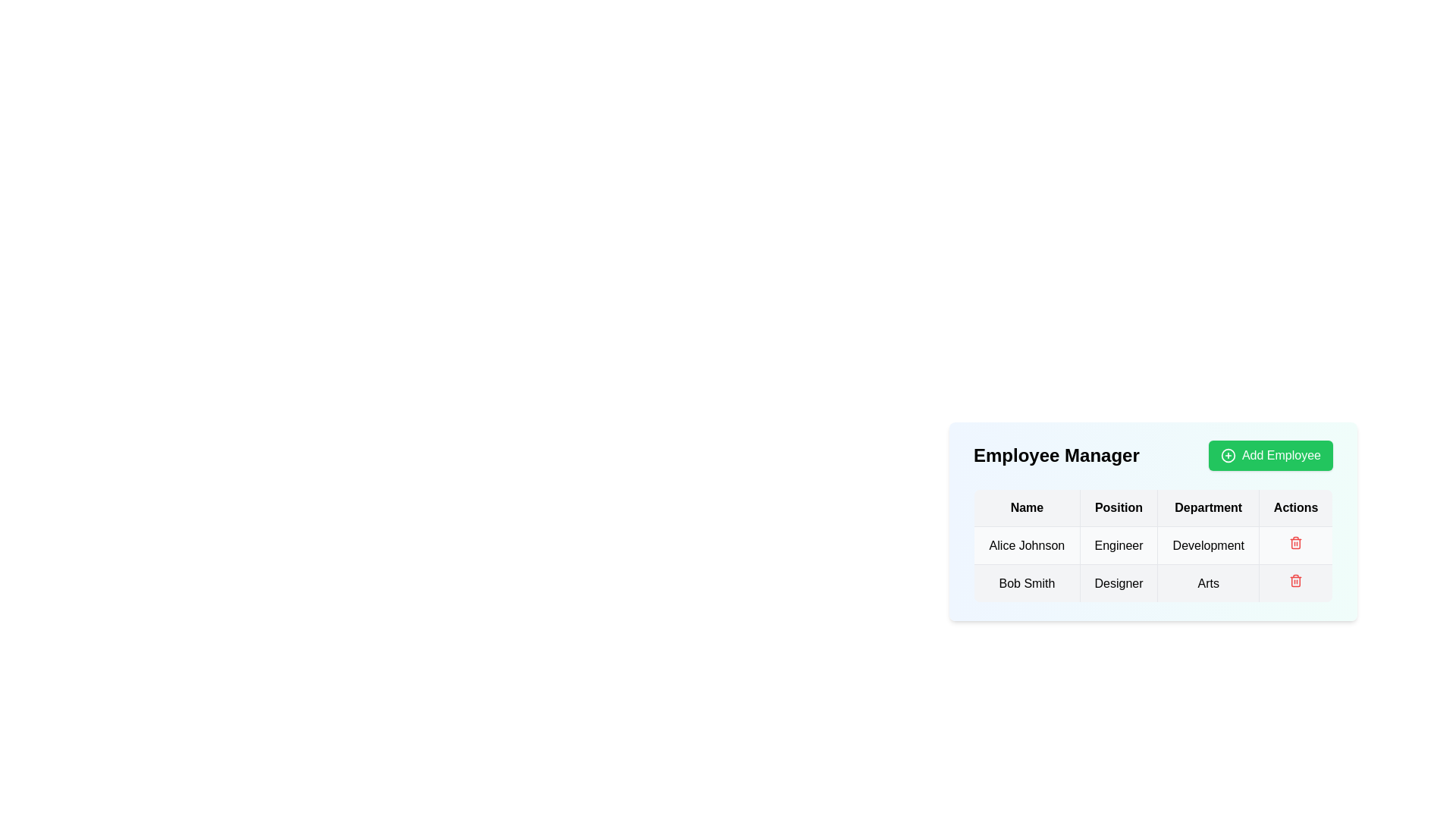 The width and height of the screenshot is (1456, 819). Describe the element at coordinates (1207, 582) in the screenshot. I see `the static text cell indicating the department 'Arts' associated with 'Bob Smith' in the 'Employee Manager' table` at that location.